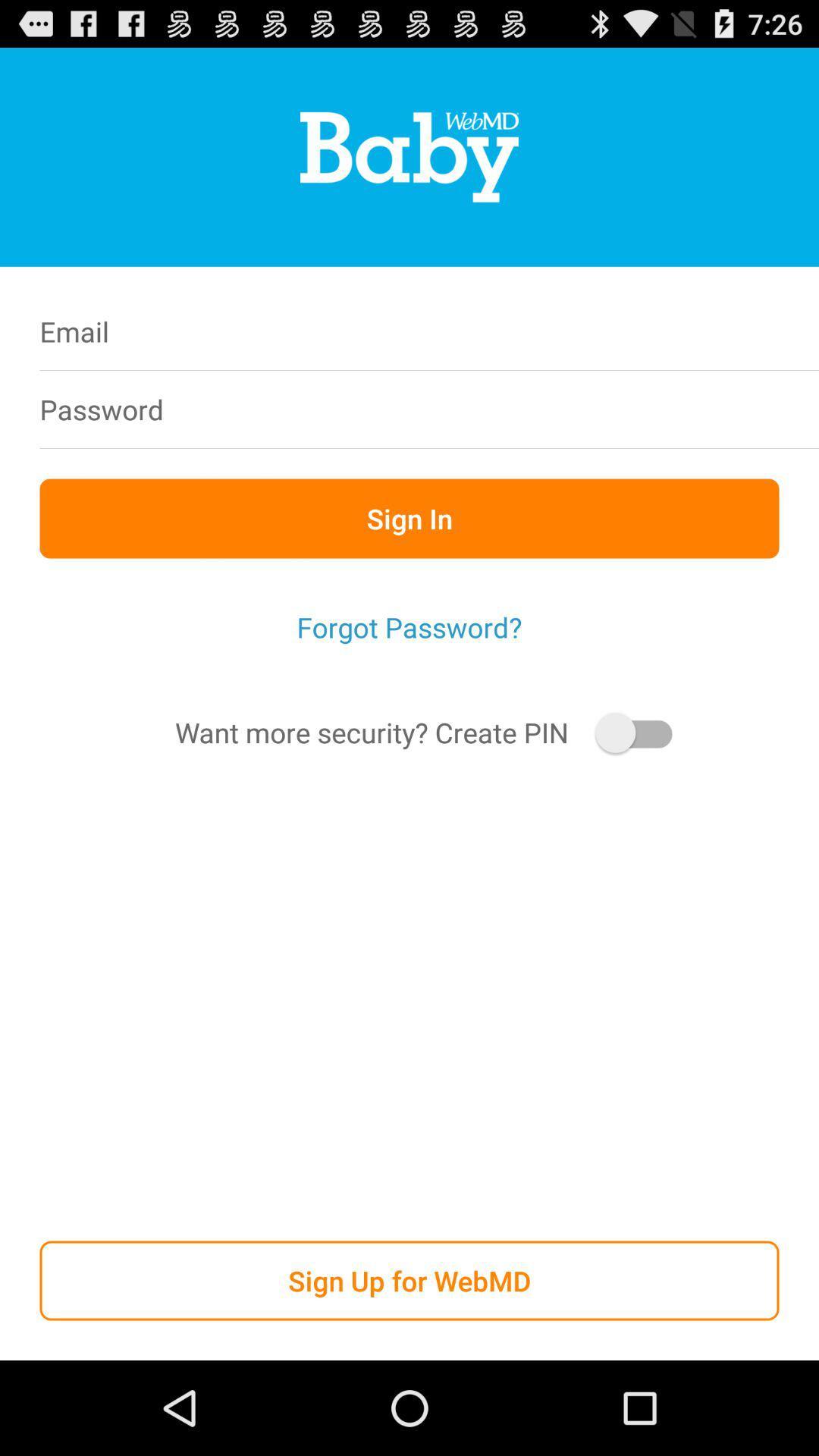  What do you see at coordinates (507, 331) in the screenshot?
I see `item to the right of email item` at bounding box center [507, 331].